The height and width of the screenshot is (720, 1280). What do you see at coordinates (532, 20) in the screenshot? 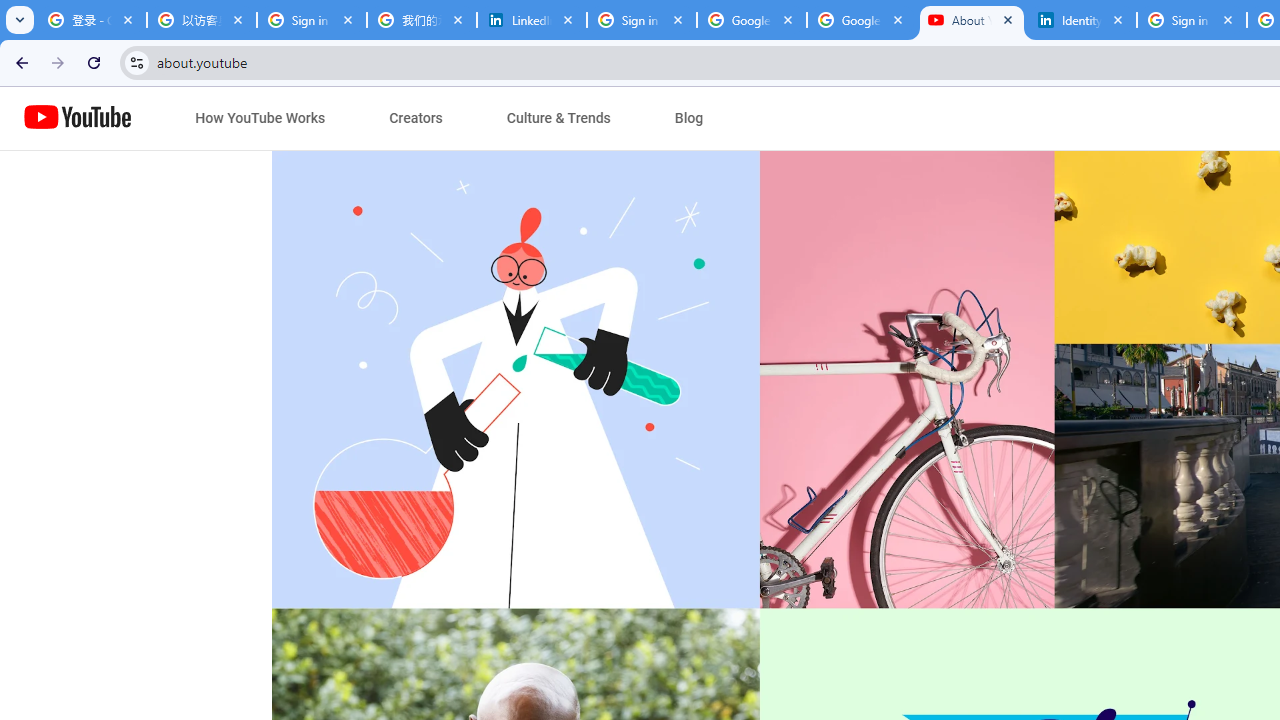
I see `'LinkedIn Privacy Policy'` at bounding box center [532, 20].